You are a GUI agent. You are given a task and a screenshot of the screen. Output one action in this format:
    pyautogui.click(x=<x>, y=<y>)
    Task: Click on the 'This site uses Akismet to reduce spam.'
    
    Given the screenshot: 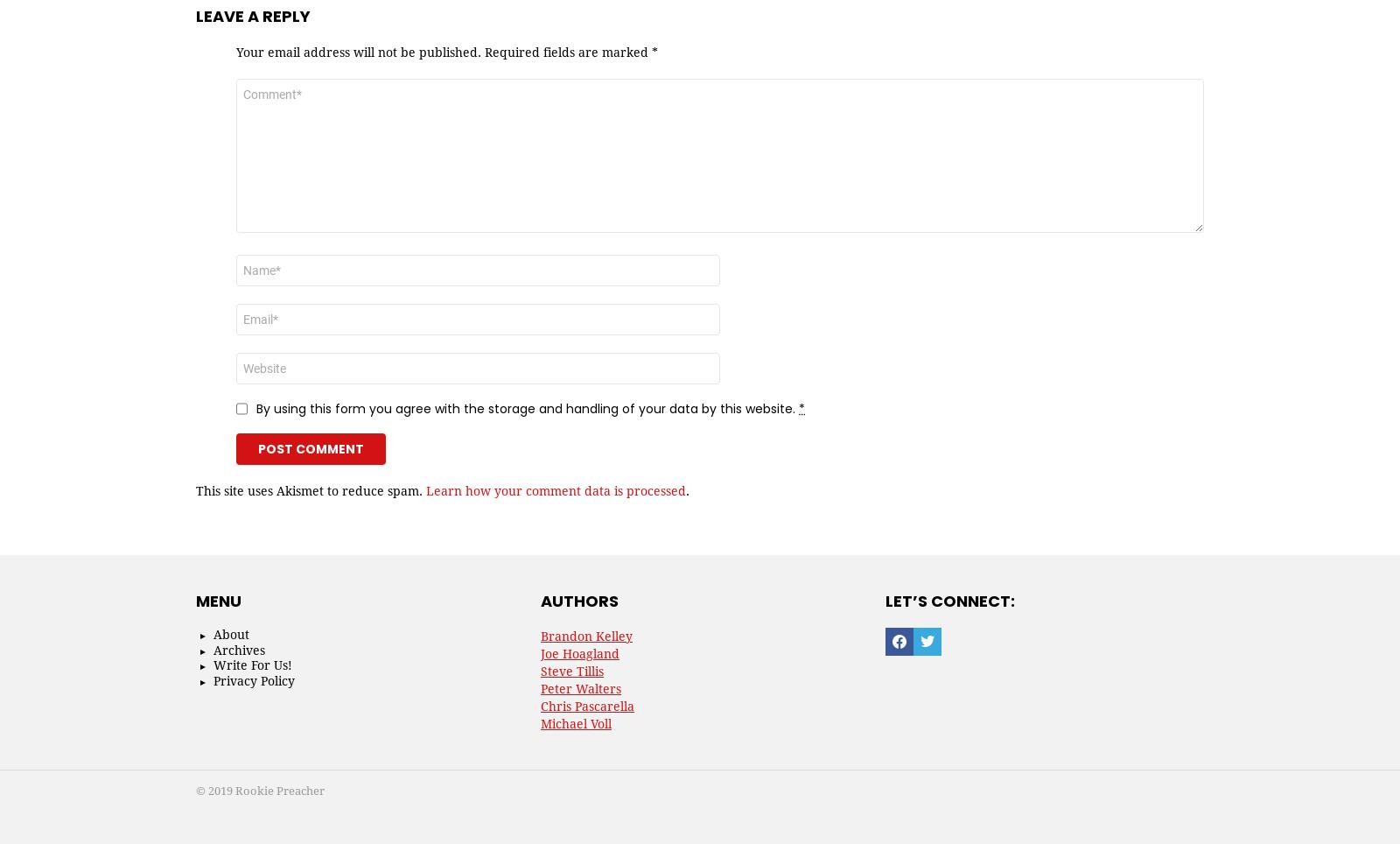 What is the action you would take?
    pyautogui.click(x=196, y=489)
    